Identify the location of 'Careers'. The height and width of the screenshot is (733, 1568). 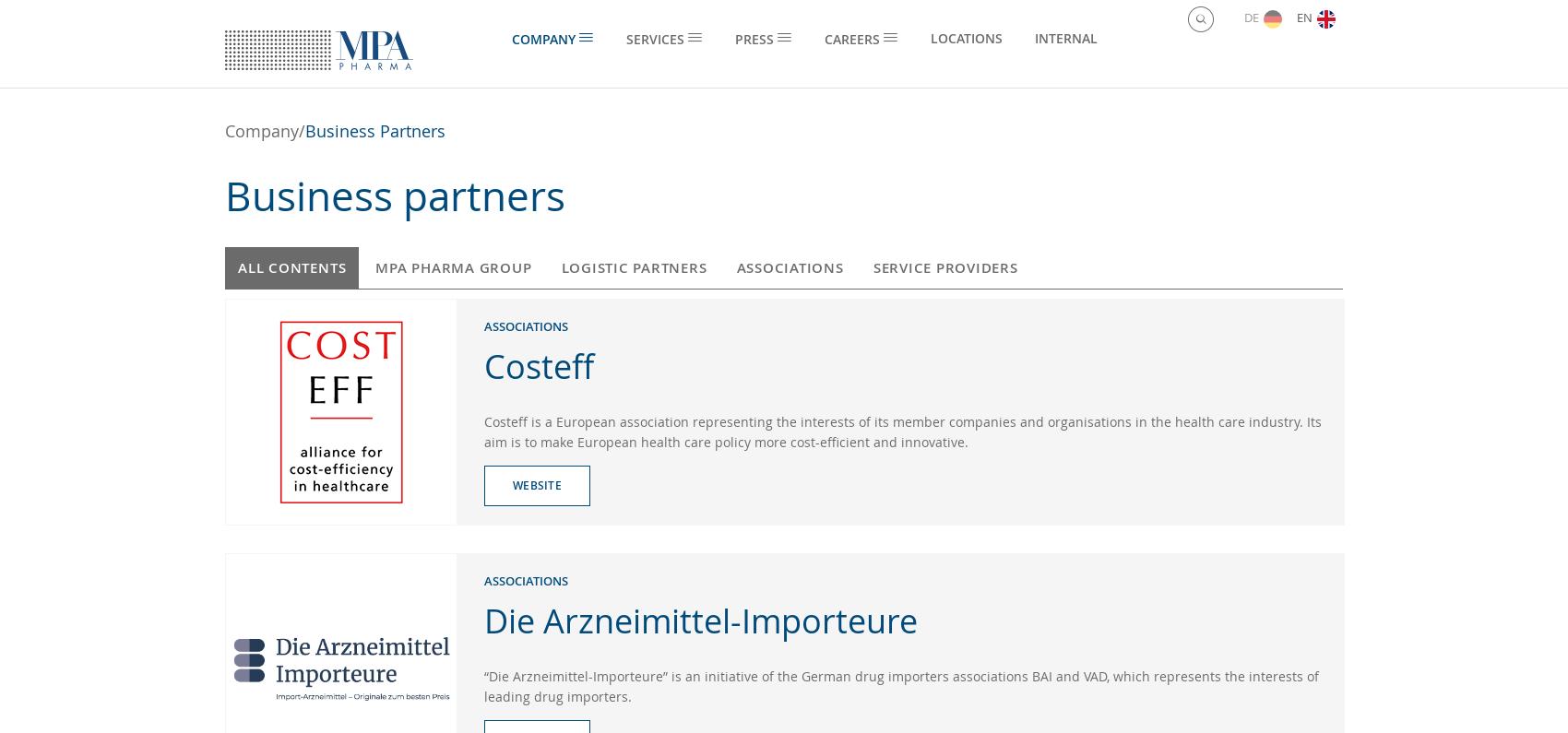
(824, 39).